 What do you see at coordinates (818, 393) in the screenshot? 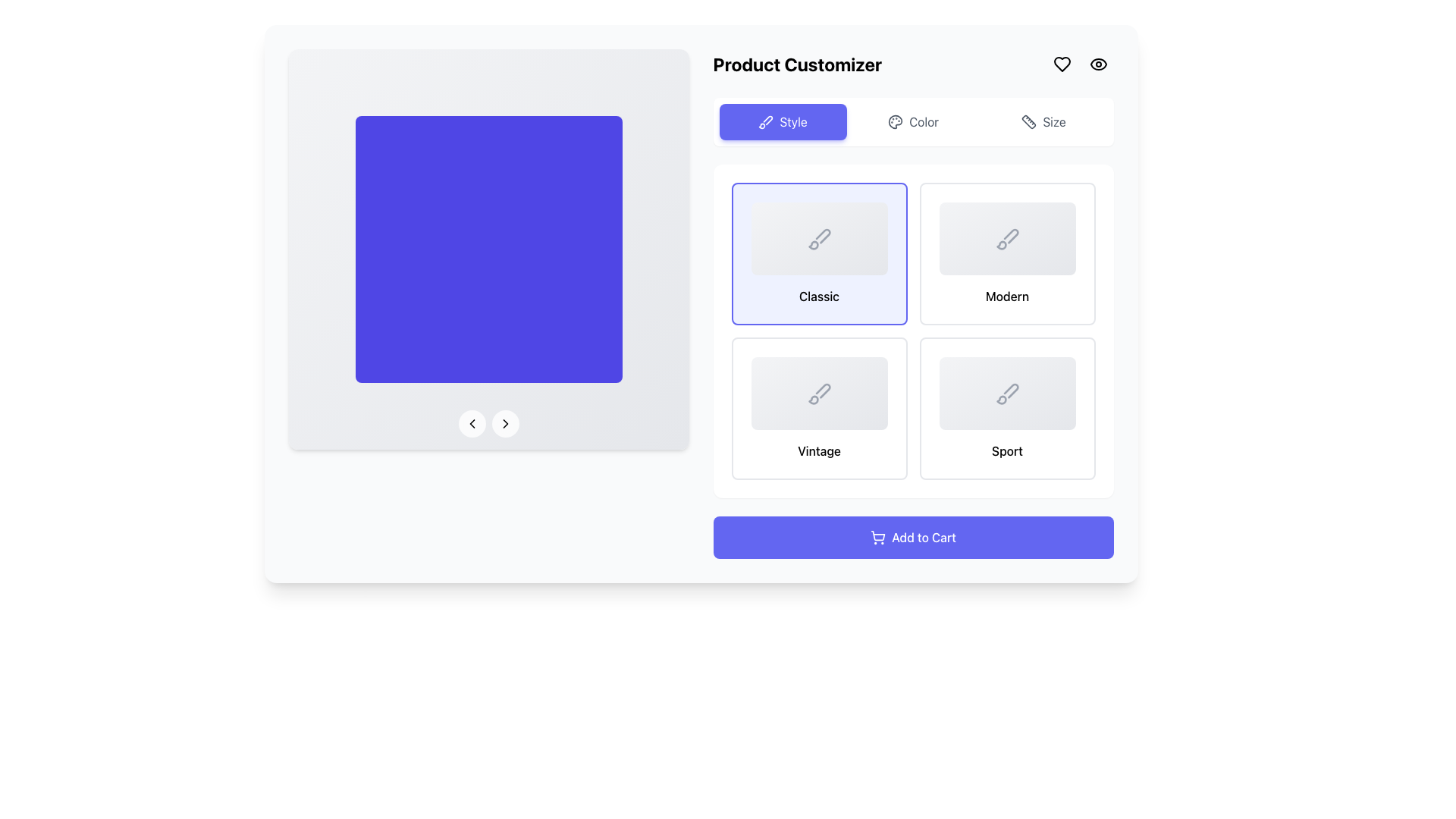
I see `the 'Vintage' style selection icon located in the bottom-left card of the 'Style' section to apply a vintage styling to the product` at bounding box center [818, 393].